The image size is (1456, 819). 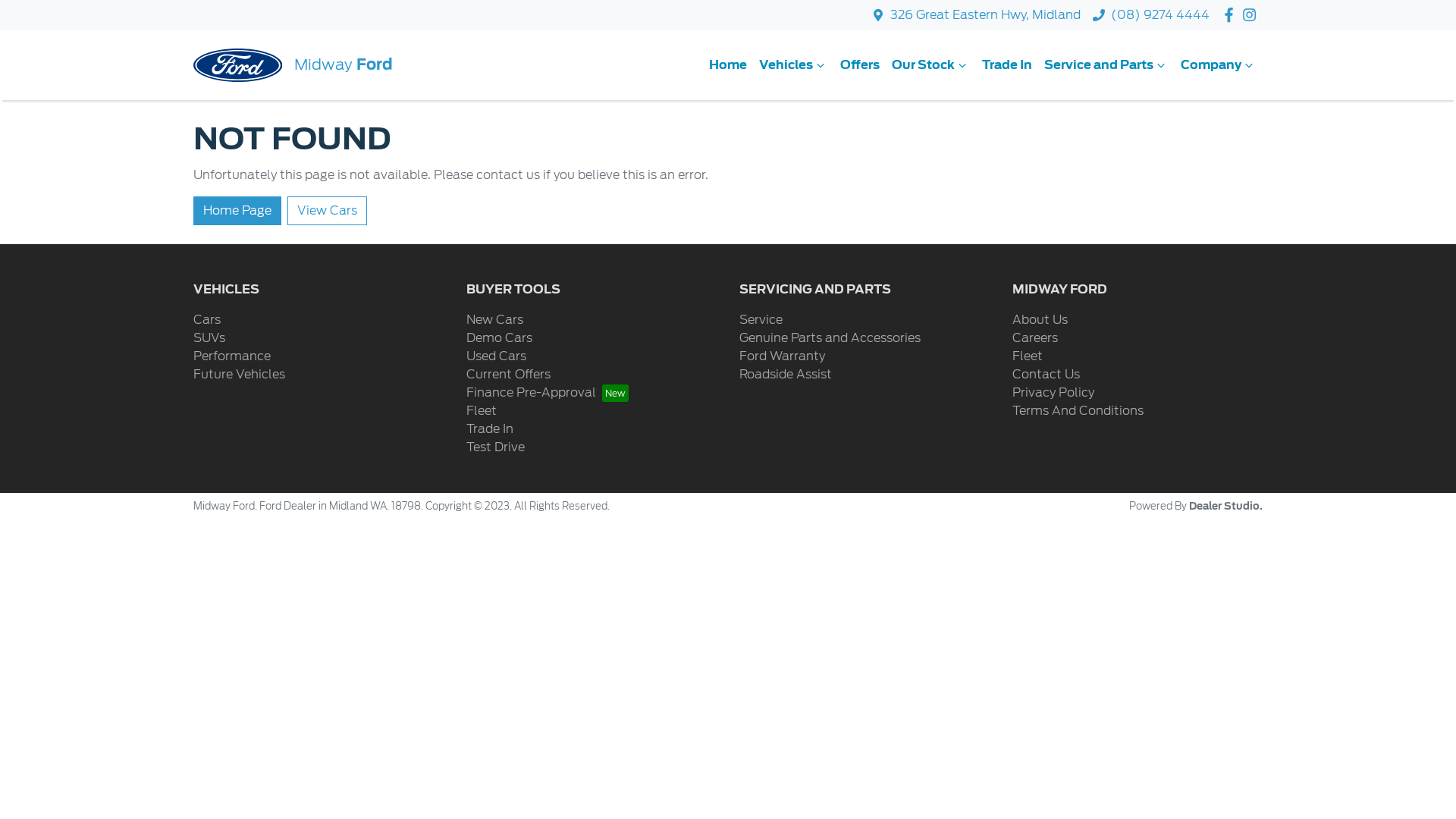 What do you see at coordinates (495, 446) in the screenshot?
I see `'Test Drive'` at bounding box center [495, 446].